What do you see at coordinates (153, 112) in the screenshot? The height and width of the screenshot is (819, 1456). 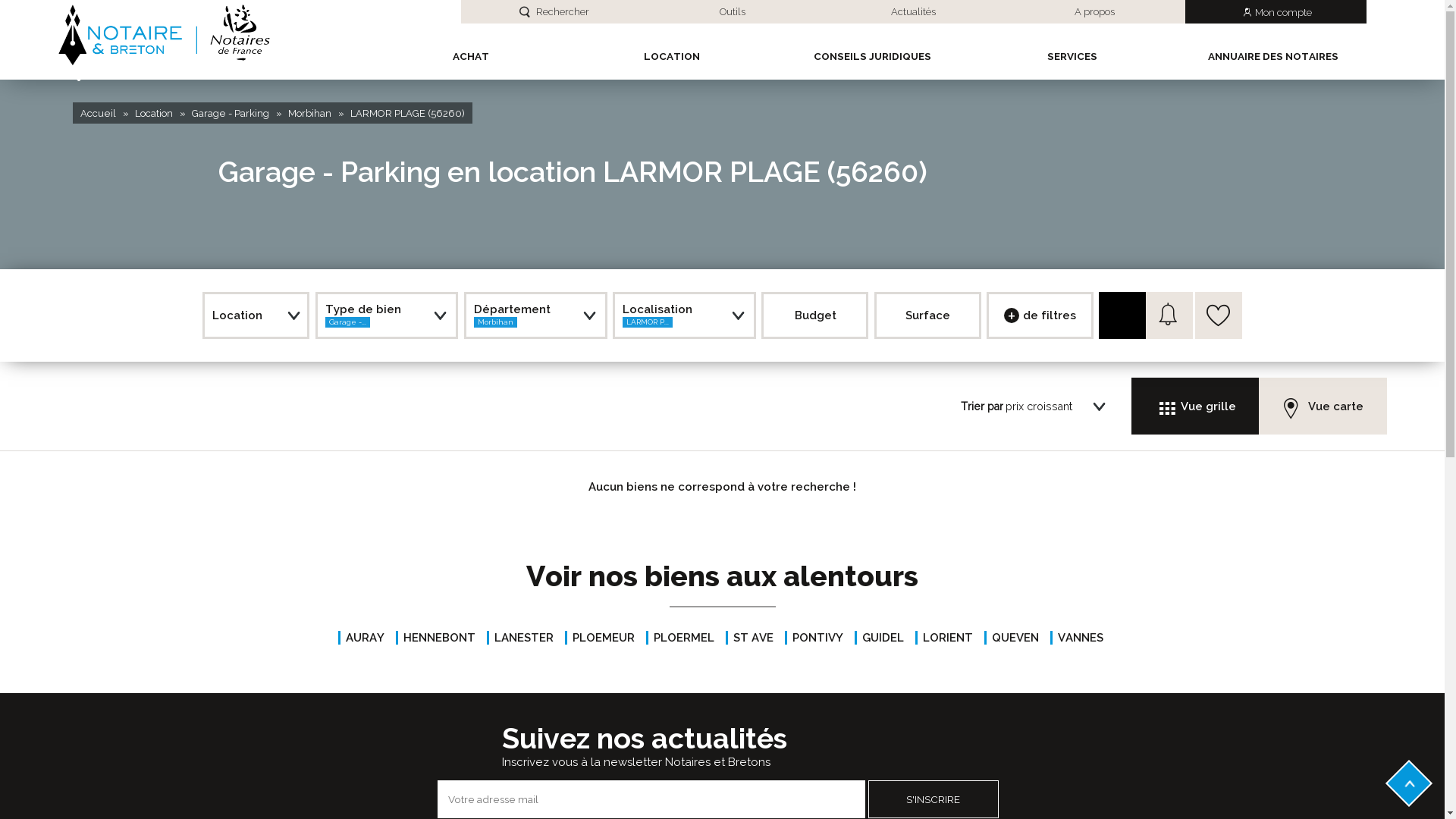 I see `'Location'` at bounding box center [153, 112].